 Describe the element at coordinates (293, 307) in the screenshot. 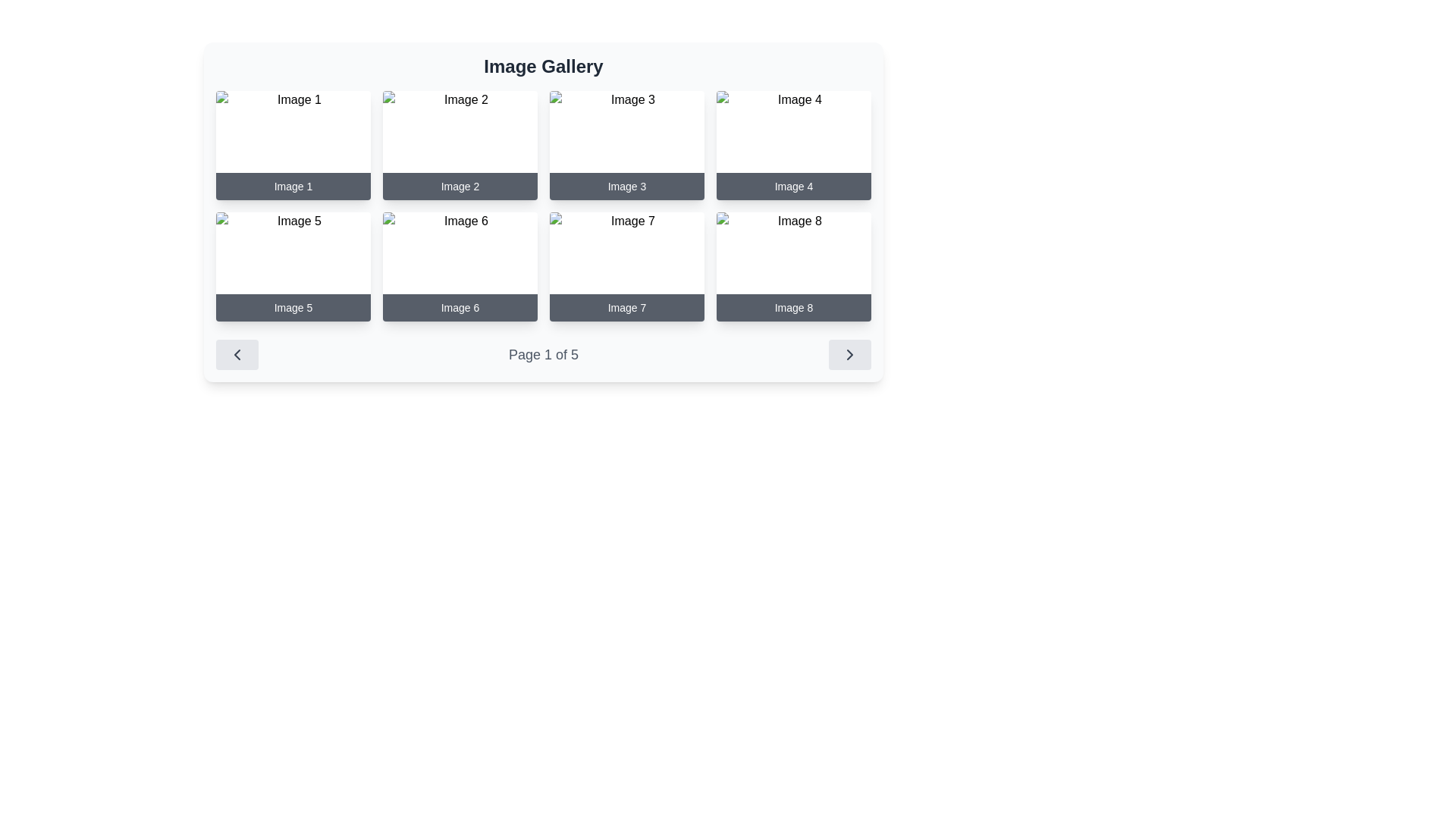

I see `the text label that serves as a caption for the fifth item in the gallery layout` at that location.